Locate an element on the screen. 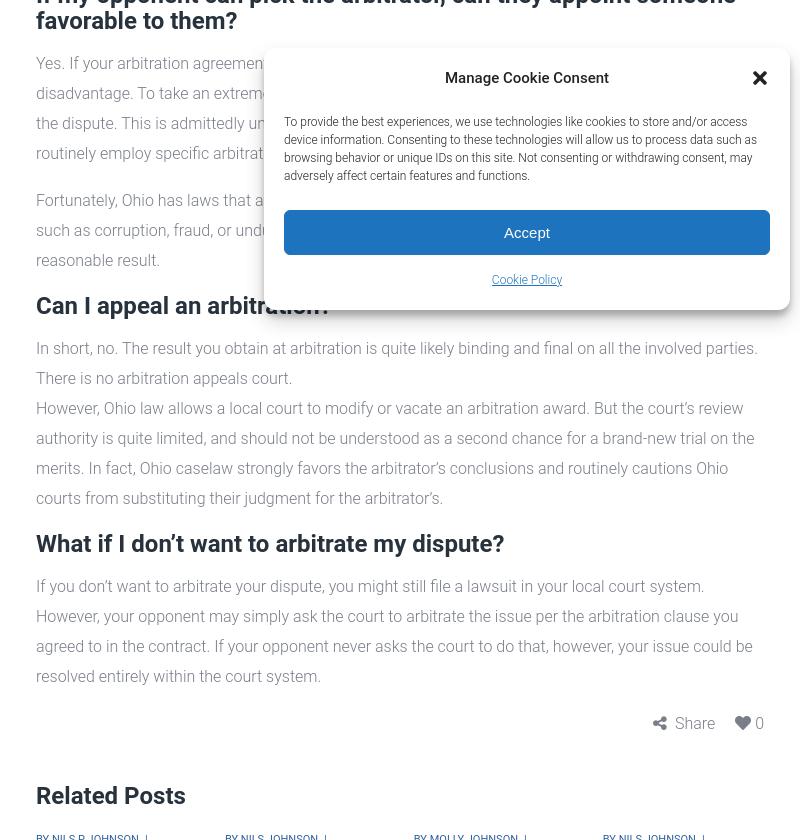  'If you don’t want to arbitrate your dispute, you might still file a lawsuit in your local court system. However, your opponent may simply ask the court to arbitrate the issue per the arbitration clause you agreed to in the contract. If your opponent never asks the court to do that, however, your issue could be resolved entirely within the court system.' is located at coordinates (393, 631).